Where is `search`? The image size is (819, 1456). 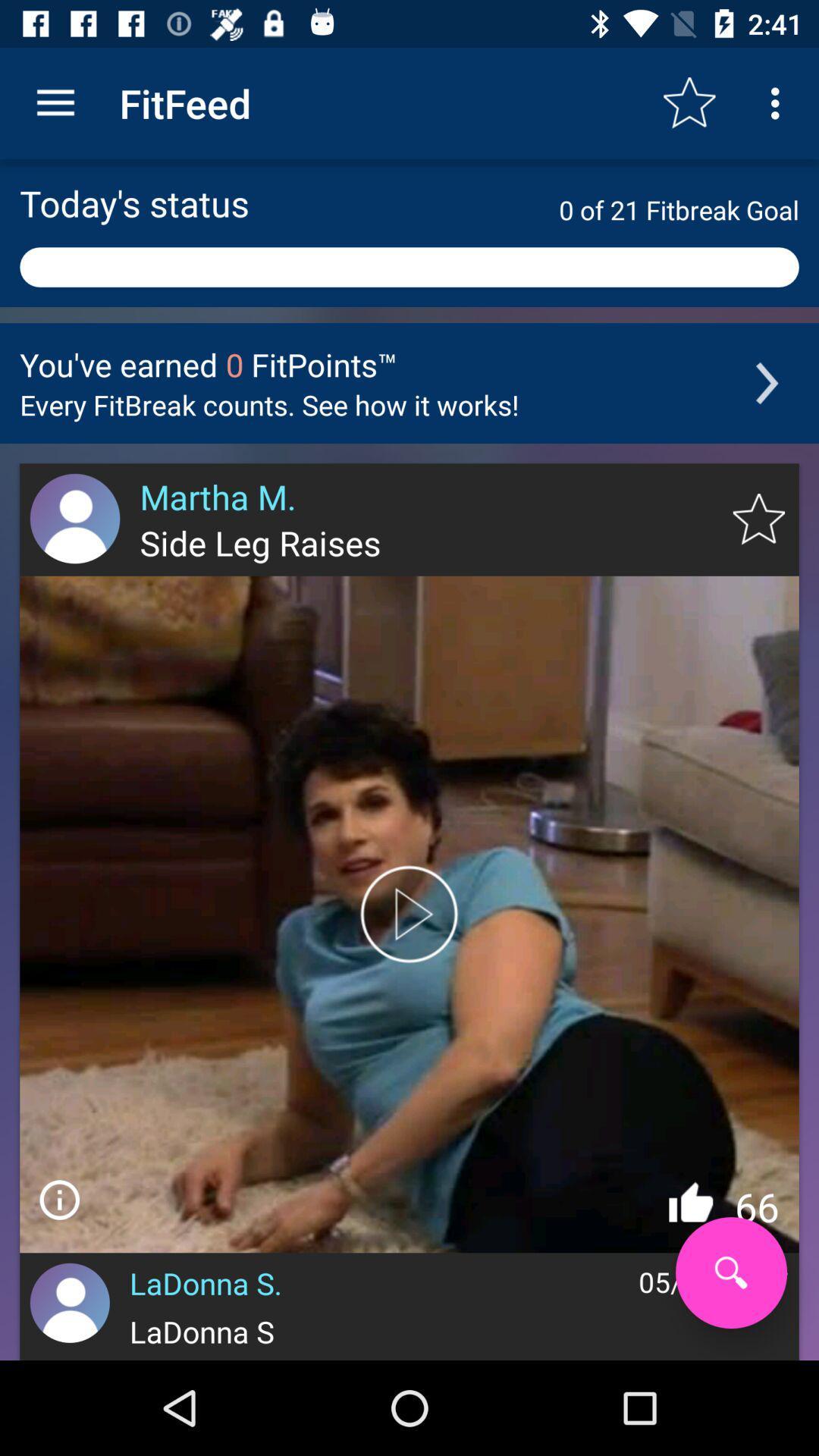
search is located at coordinates (730, 1272).